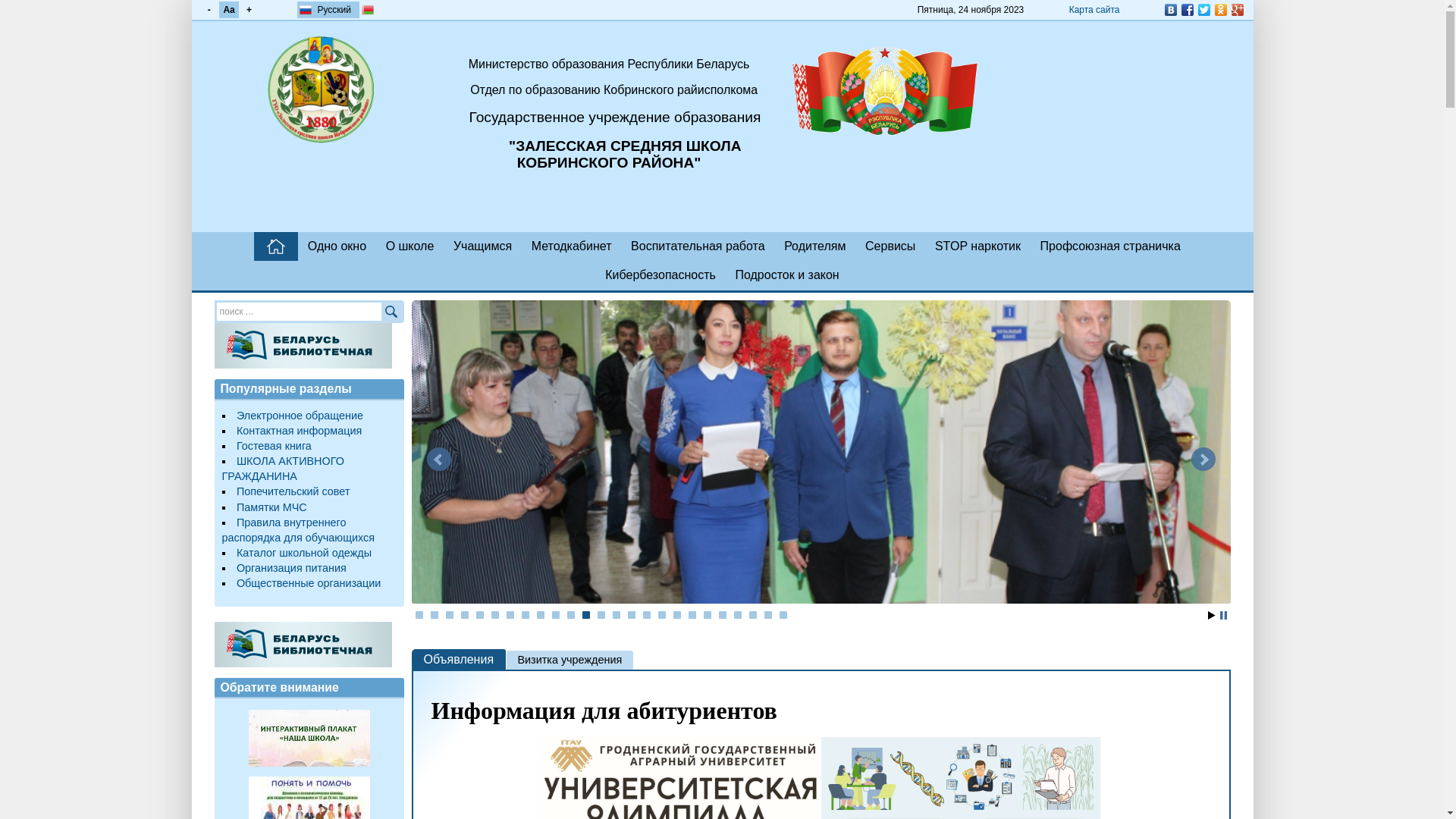 This screenshot has width=1456, height=819. Describe the element at coordinates (248, 9) in the screenshot. I see `'+'` at that location.